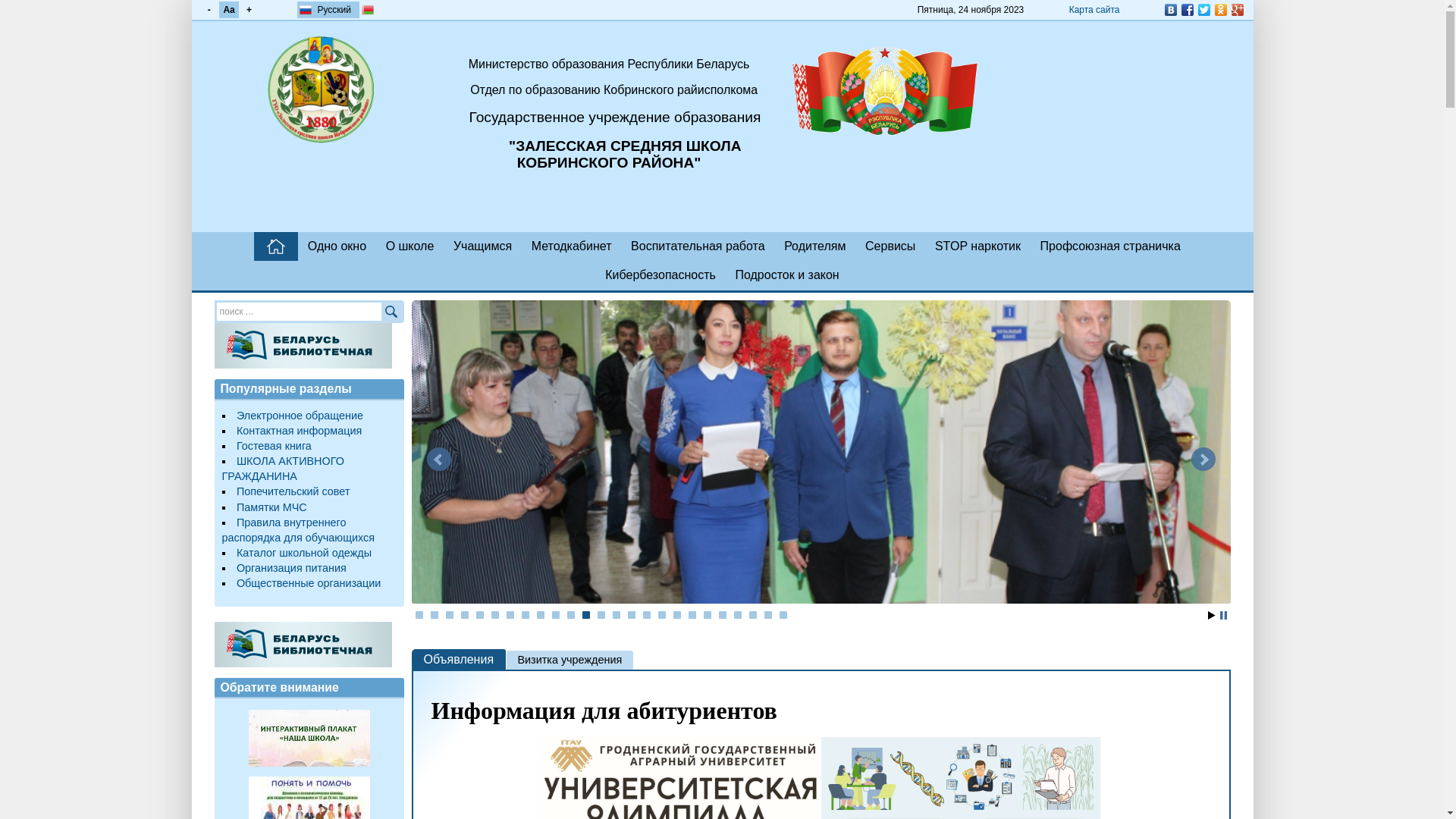 This screenshot has width=1456, height=819. Describe the element at coordinates (248, 9) in the screenshot. I see `'+'` at that location.